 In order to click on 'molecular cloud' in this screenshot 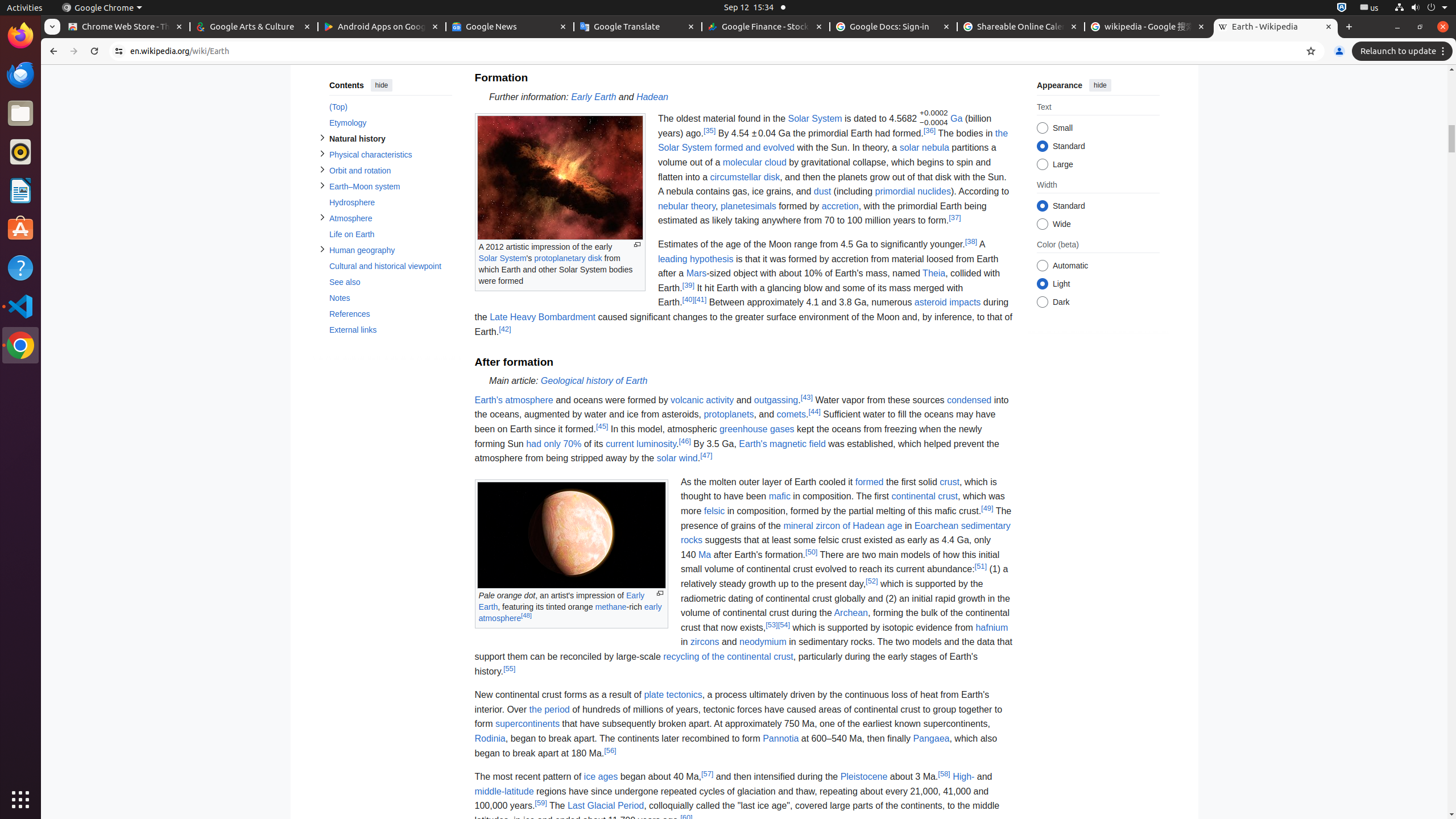, I will do `click(754, 162)`.